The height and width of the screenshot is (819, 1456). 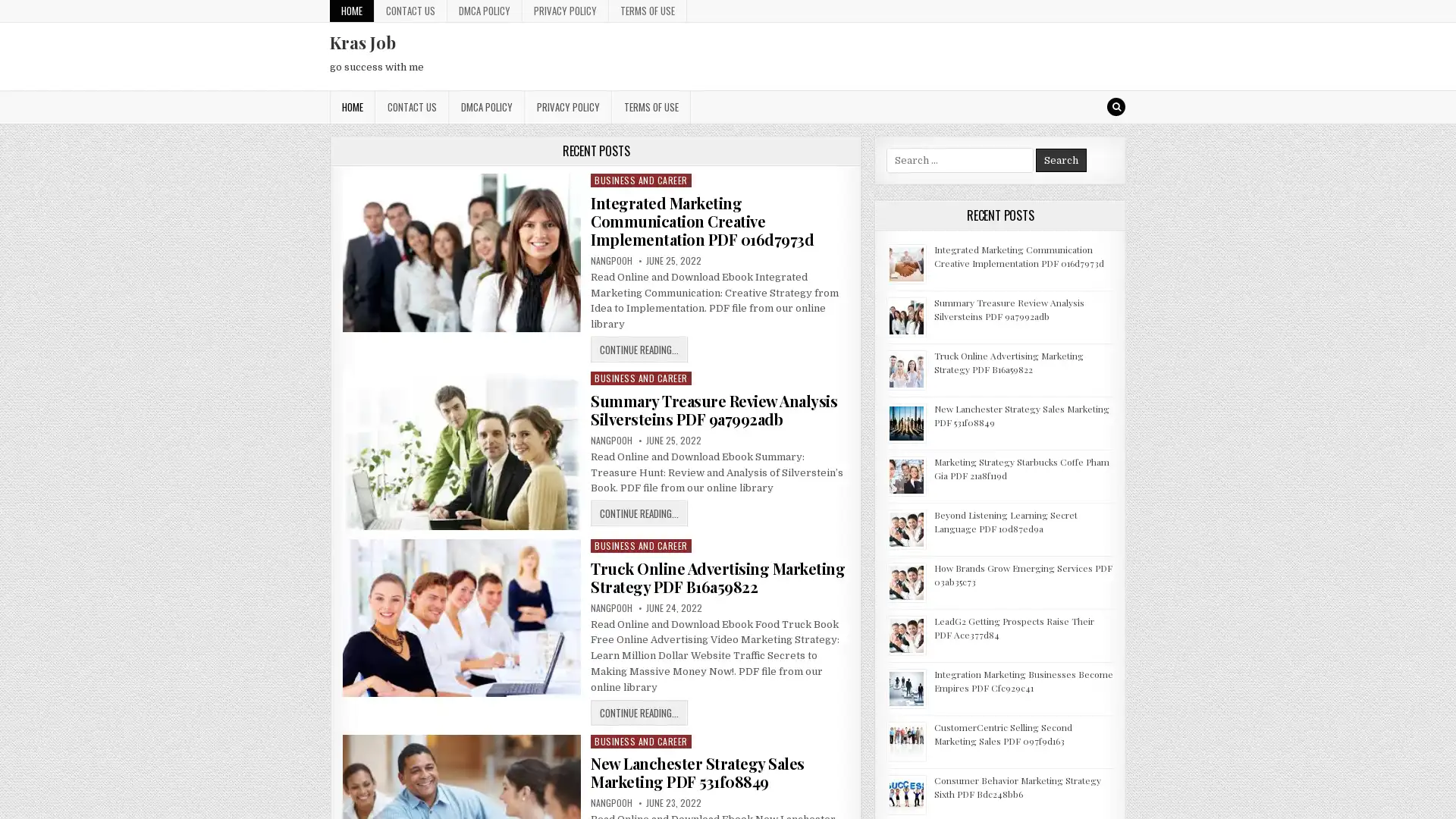 What do you see at coordinates (1060, 160) in the screenshot?
I see `Search` at bounding box center [1060, 160].